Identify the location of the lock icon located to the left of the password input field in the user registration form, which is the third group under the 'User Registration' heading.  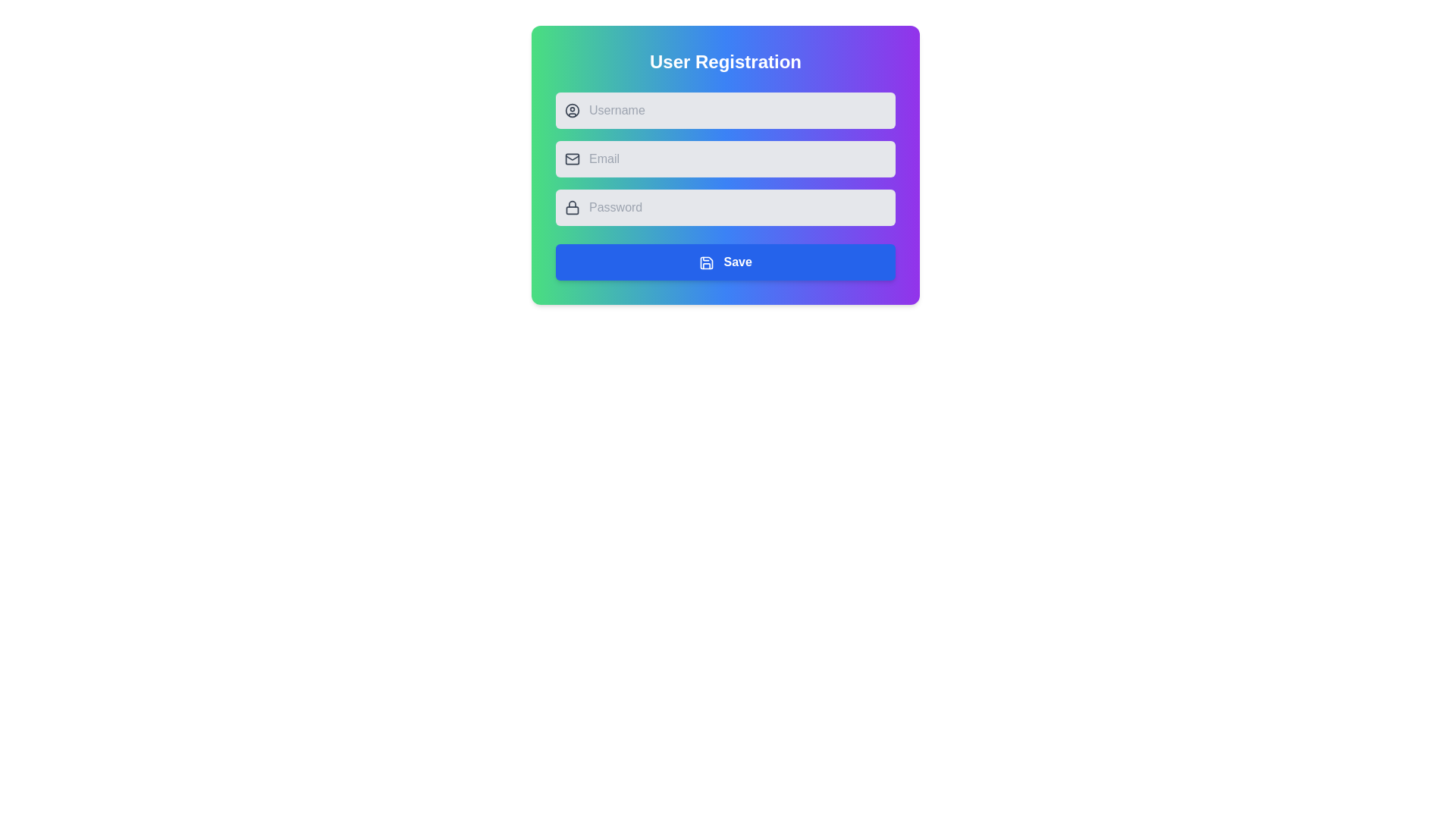
(571, 207).